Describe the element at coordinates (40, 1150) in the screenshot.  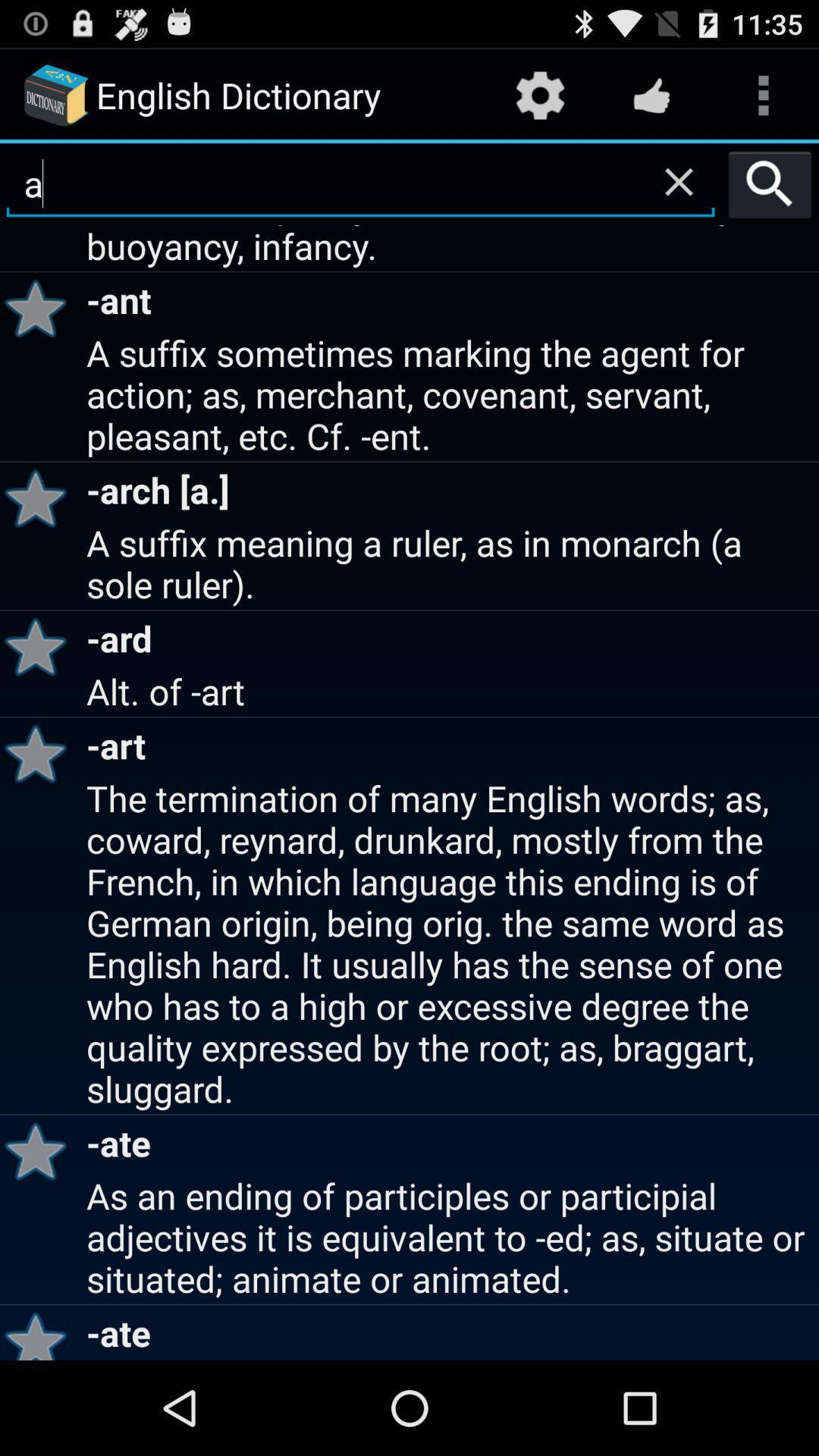
I see `app to the left of the termination of icon` at that location.